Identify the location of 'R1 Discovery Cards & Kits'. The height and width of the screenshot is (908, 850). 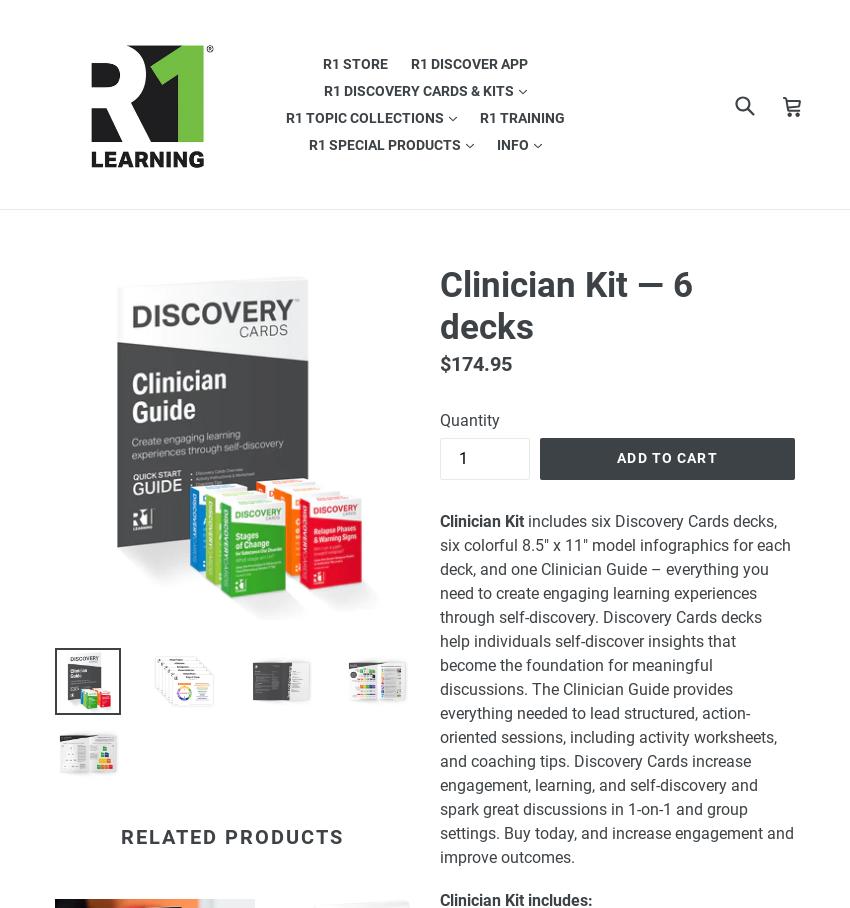
(419, 88).